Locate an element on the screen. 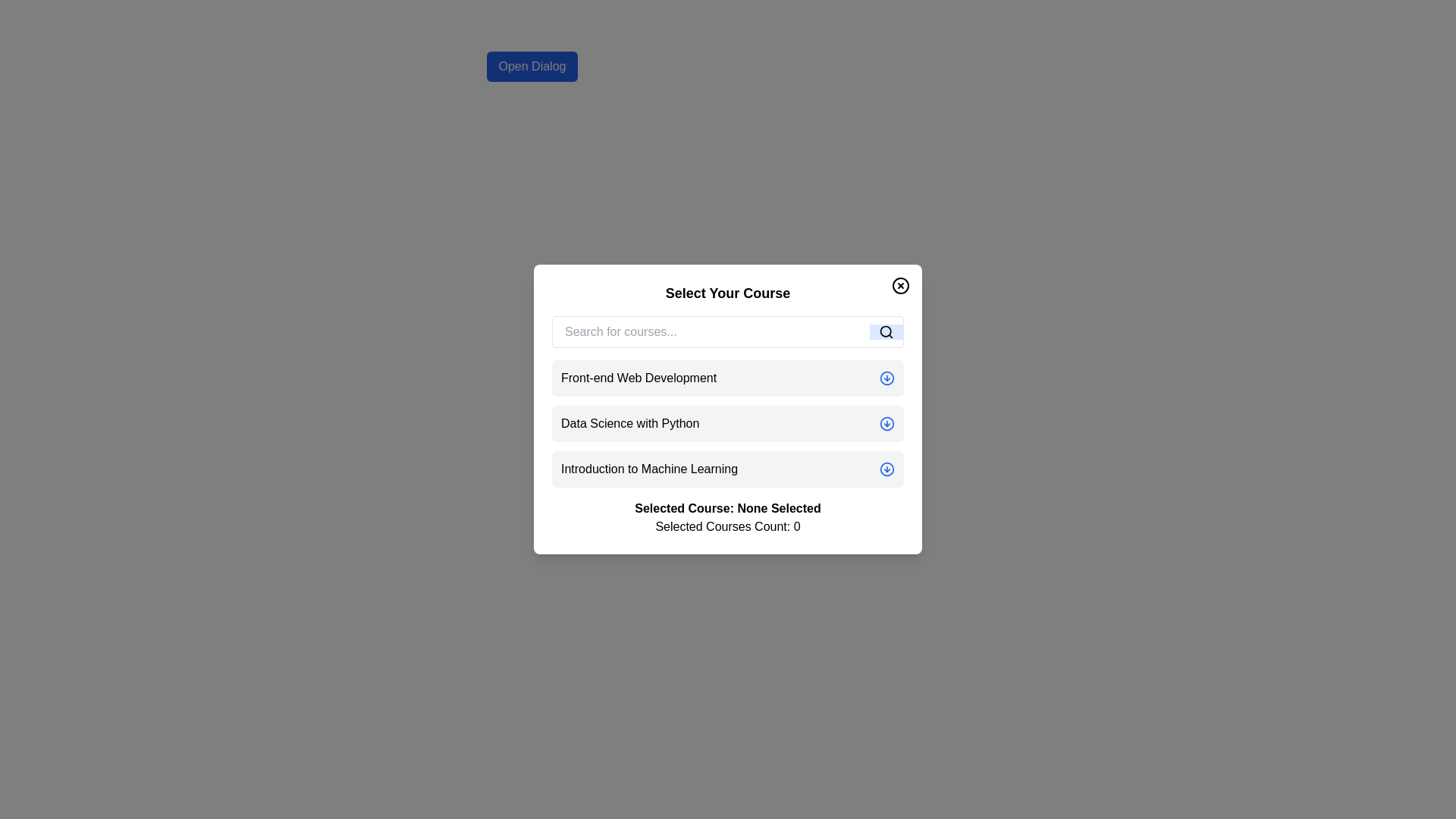 The image size is (1456, 819). the blue rectangular button labeled 'Open Dialog' positioned centrally above the modal dialog box is located at coordinates (532, 66).